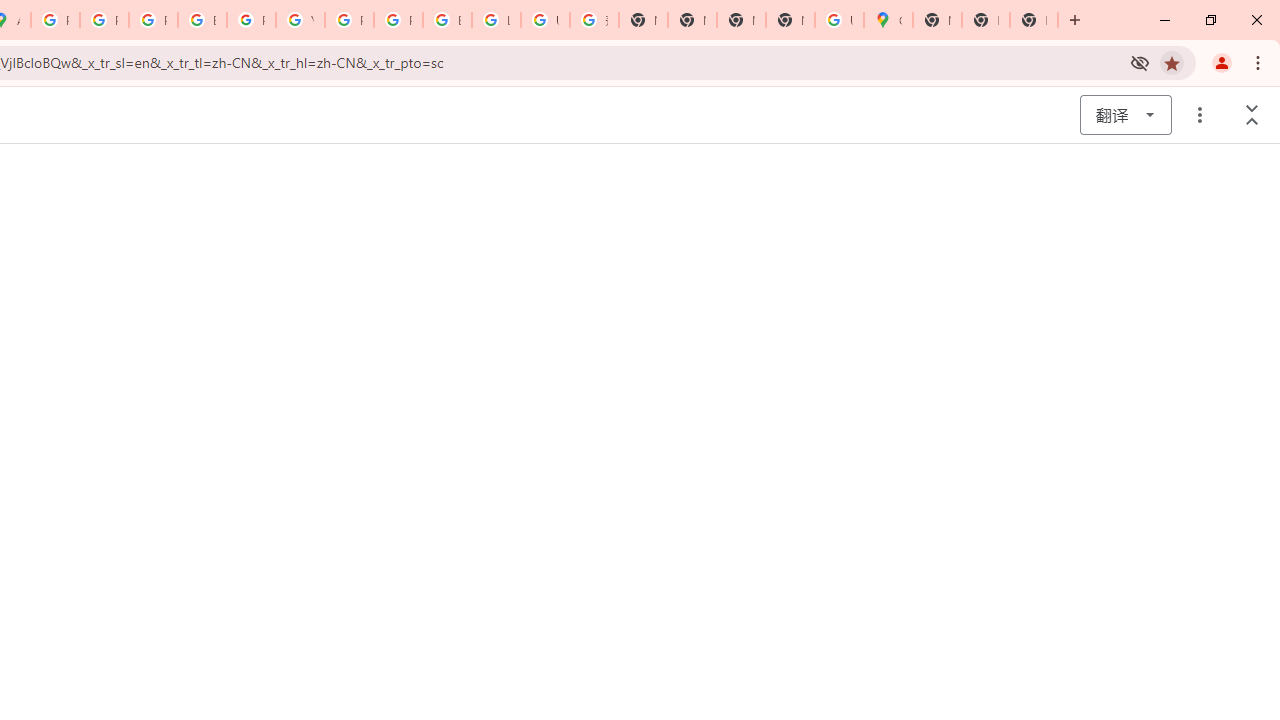  Describe the element at coordinates (839, 20) in the screenshot. I see `'Use Google Maps in Space - Google Maps Help'` at that location.